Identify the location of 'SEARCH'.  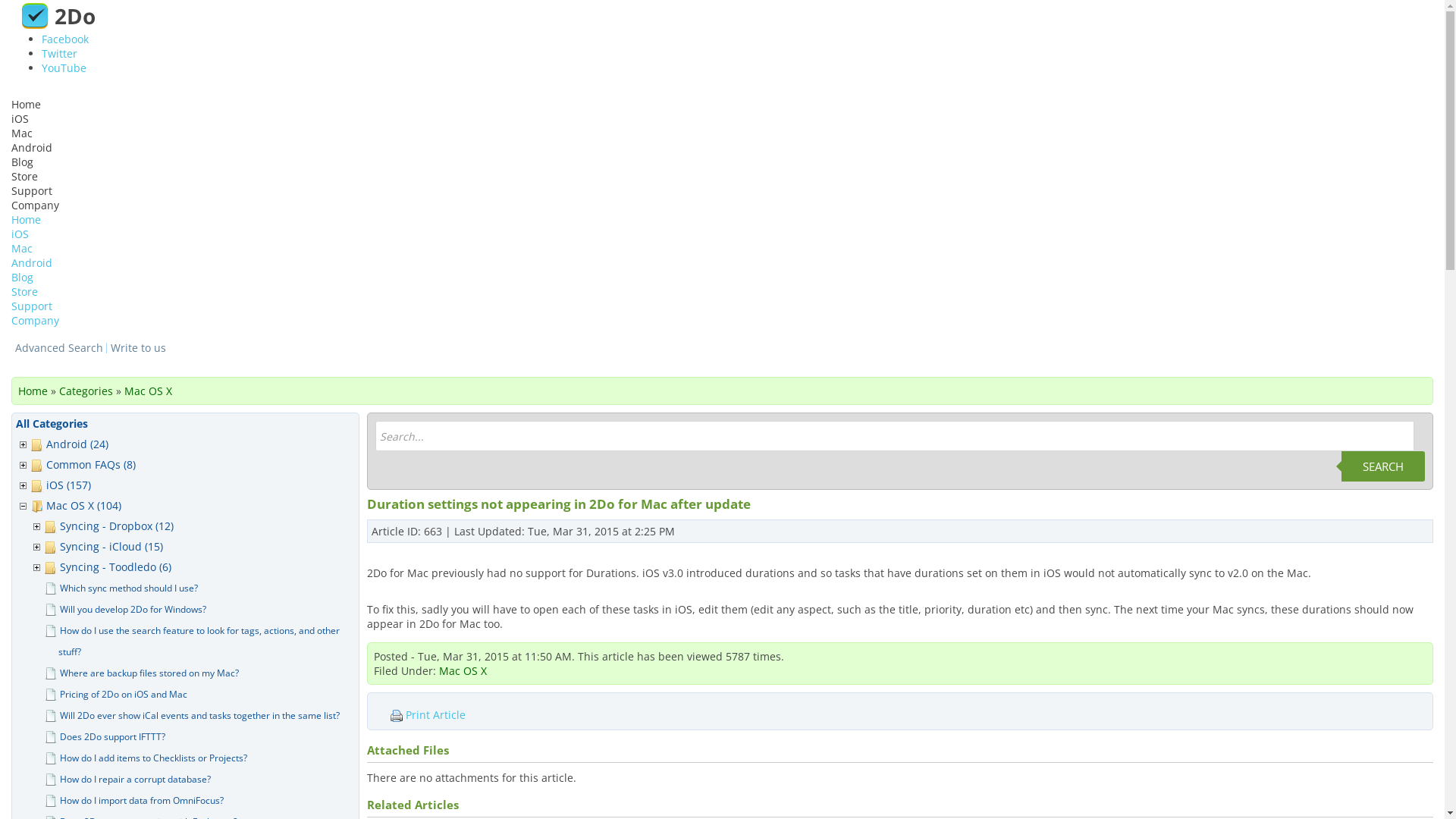
(1383, 465).